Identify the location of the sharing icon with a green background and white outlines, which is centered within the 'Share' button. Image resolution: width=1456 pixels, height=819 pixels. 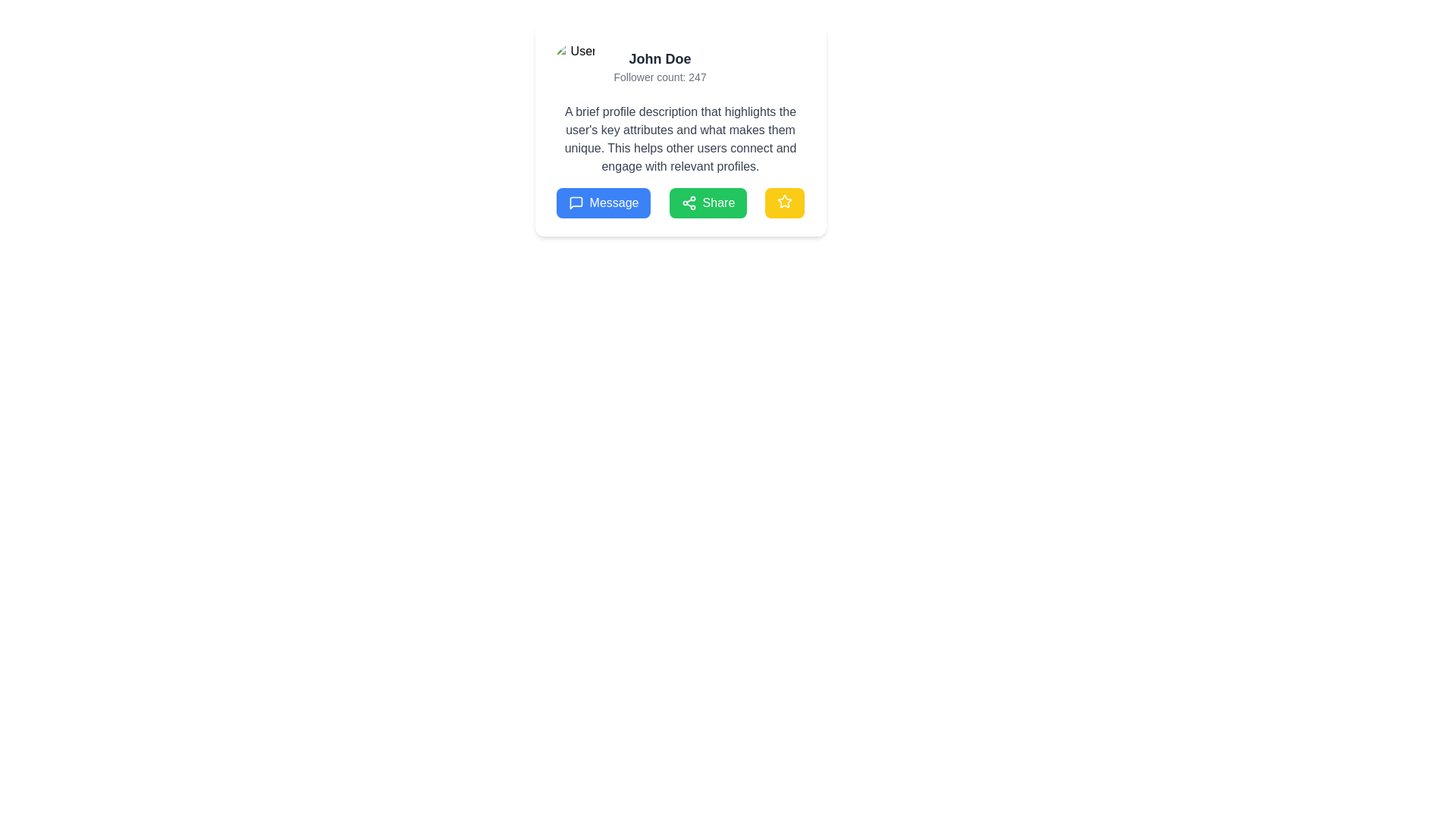
(688, 202).